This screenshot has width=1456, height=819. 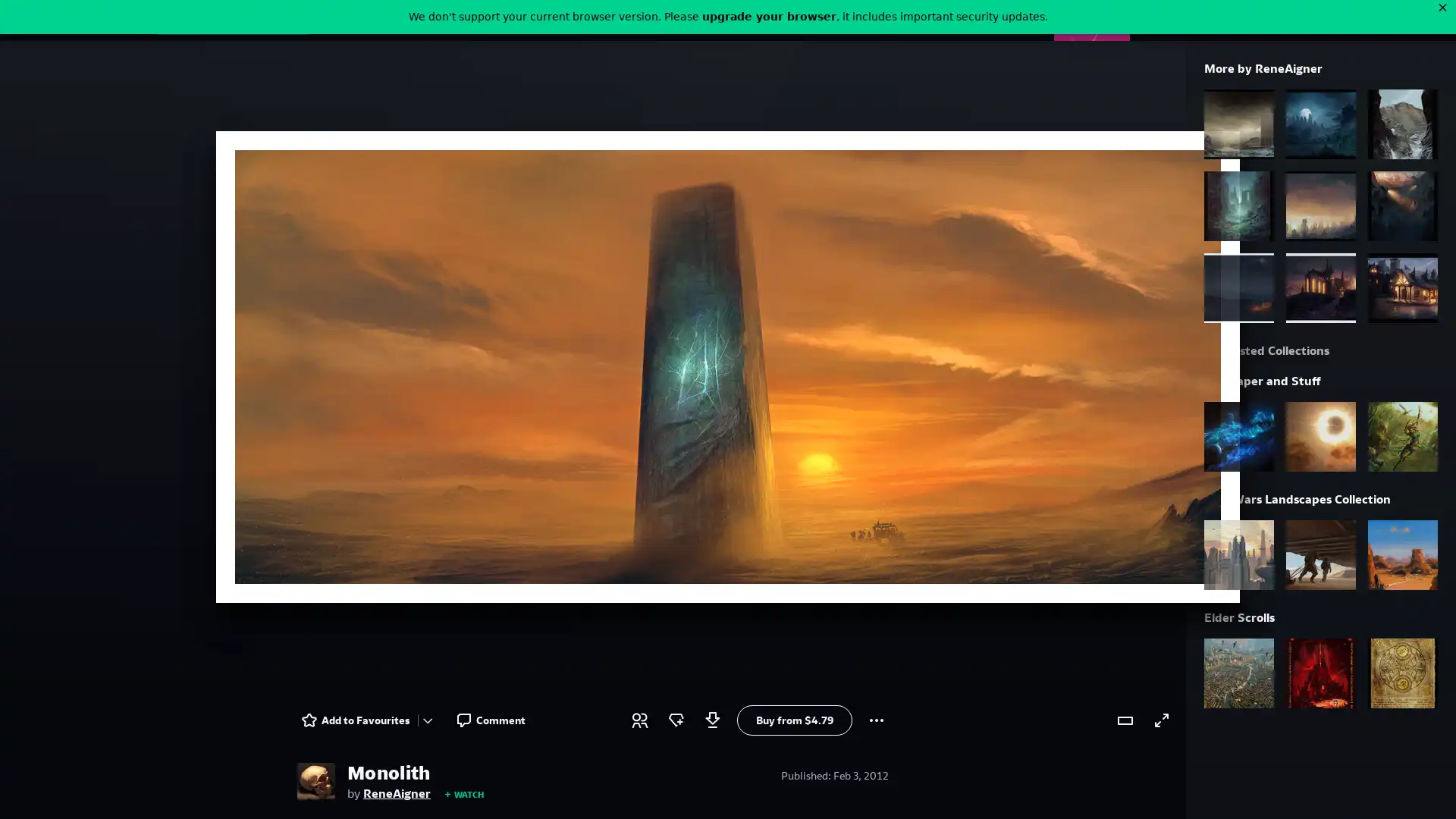 I want to click on Search, so click(x=291, y=20).